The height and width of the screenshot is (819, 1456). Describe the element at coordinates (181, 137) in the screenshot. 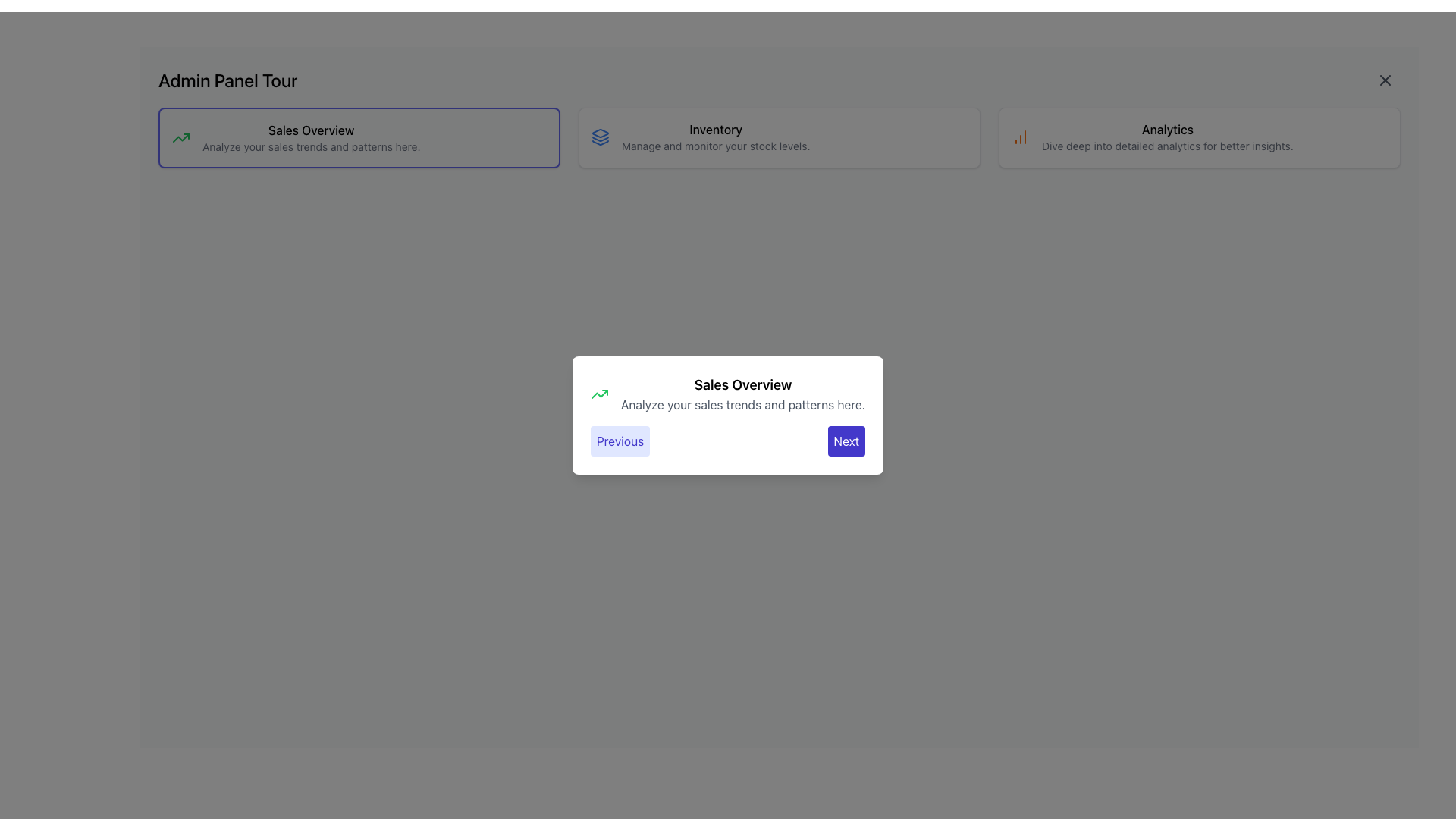

I see `the small, green, upward-trending arrow icon located on the left side of the Sales Overview section in the Admin Panel Tour` at that location.